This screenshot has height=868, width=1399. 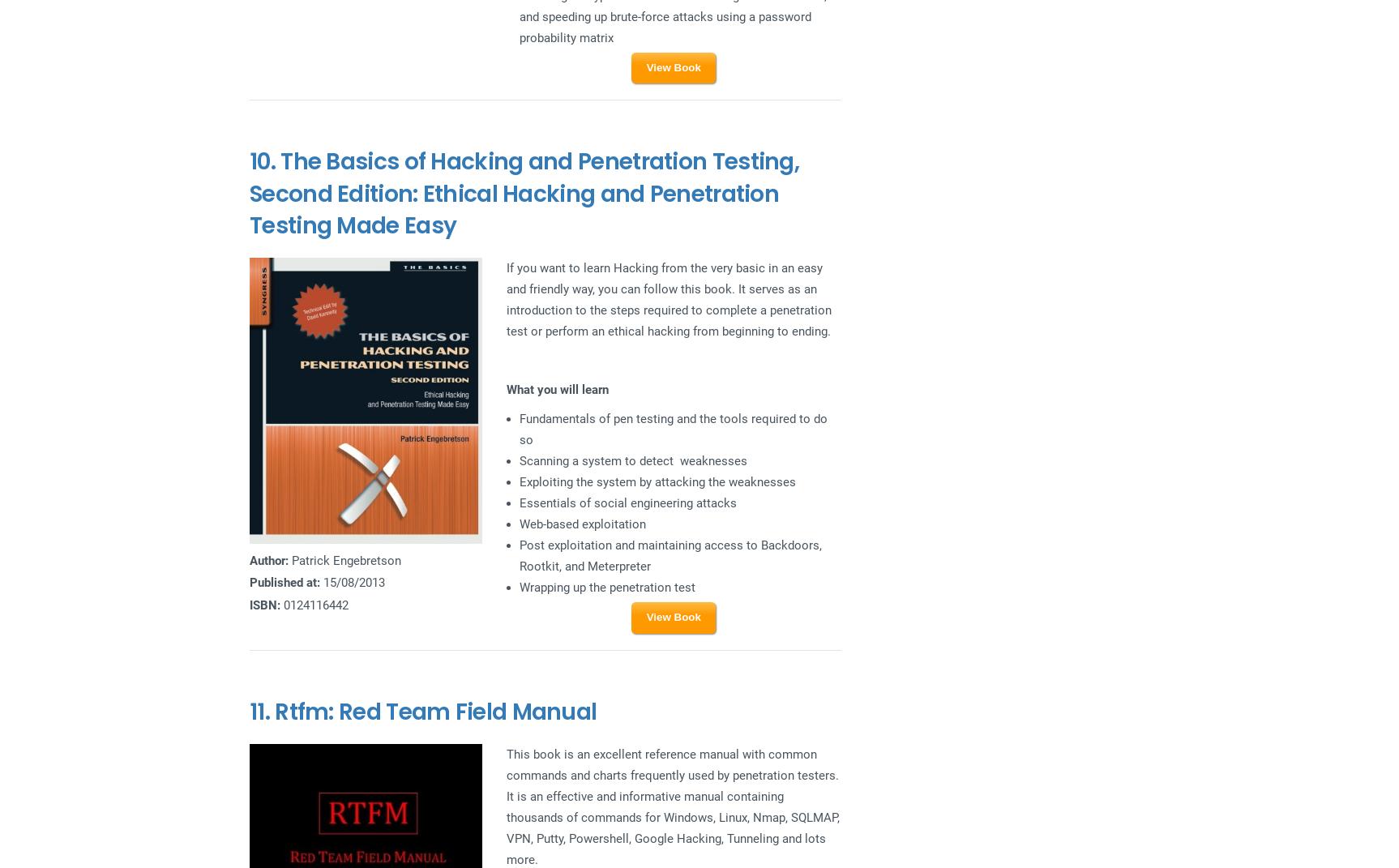 I want to click on '15/08/2013', so click(x=351, y=582).